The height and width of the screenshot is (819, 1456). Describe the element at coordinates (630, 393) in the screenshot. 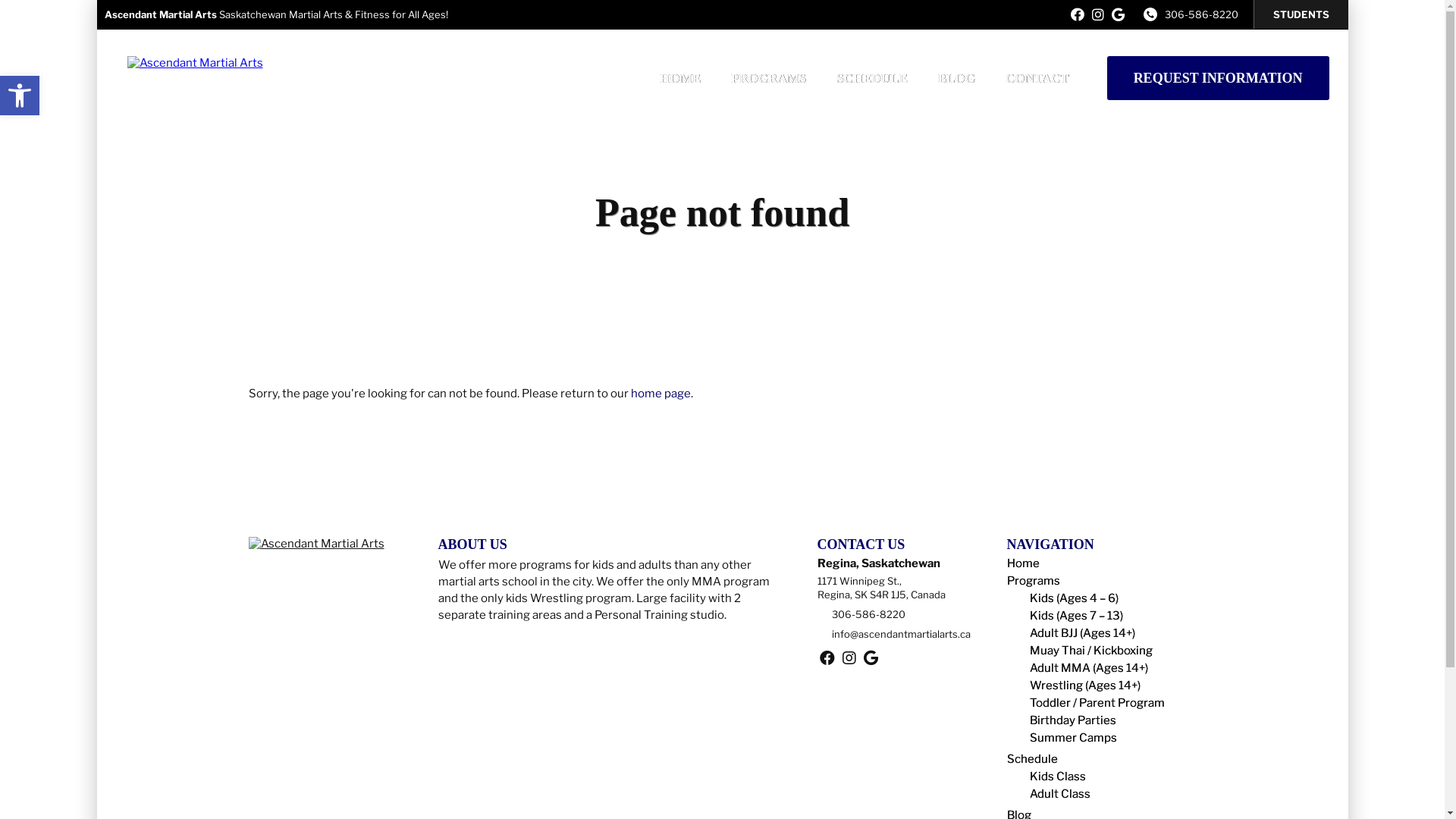

I see `'home page'` at that location.